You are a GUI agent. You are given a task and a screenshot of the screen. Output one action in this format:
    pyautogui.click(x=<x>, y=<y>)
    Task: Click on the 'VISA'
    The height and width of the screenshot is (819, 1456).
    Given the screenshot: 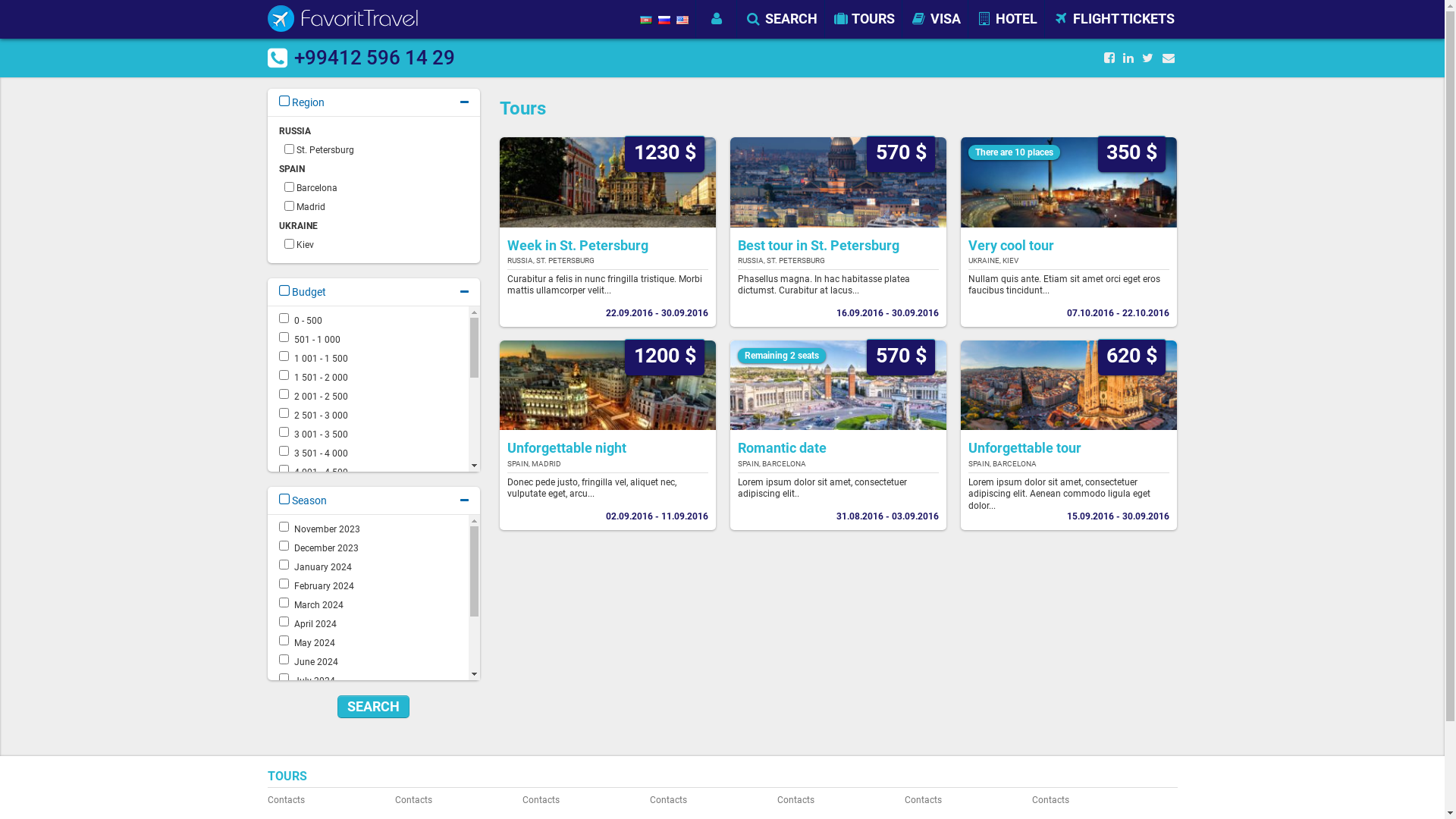 What is the action you would take?
    pyautogui.click(x=906, y=18)
    